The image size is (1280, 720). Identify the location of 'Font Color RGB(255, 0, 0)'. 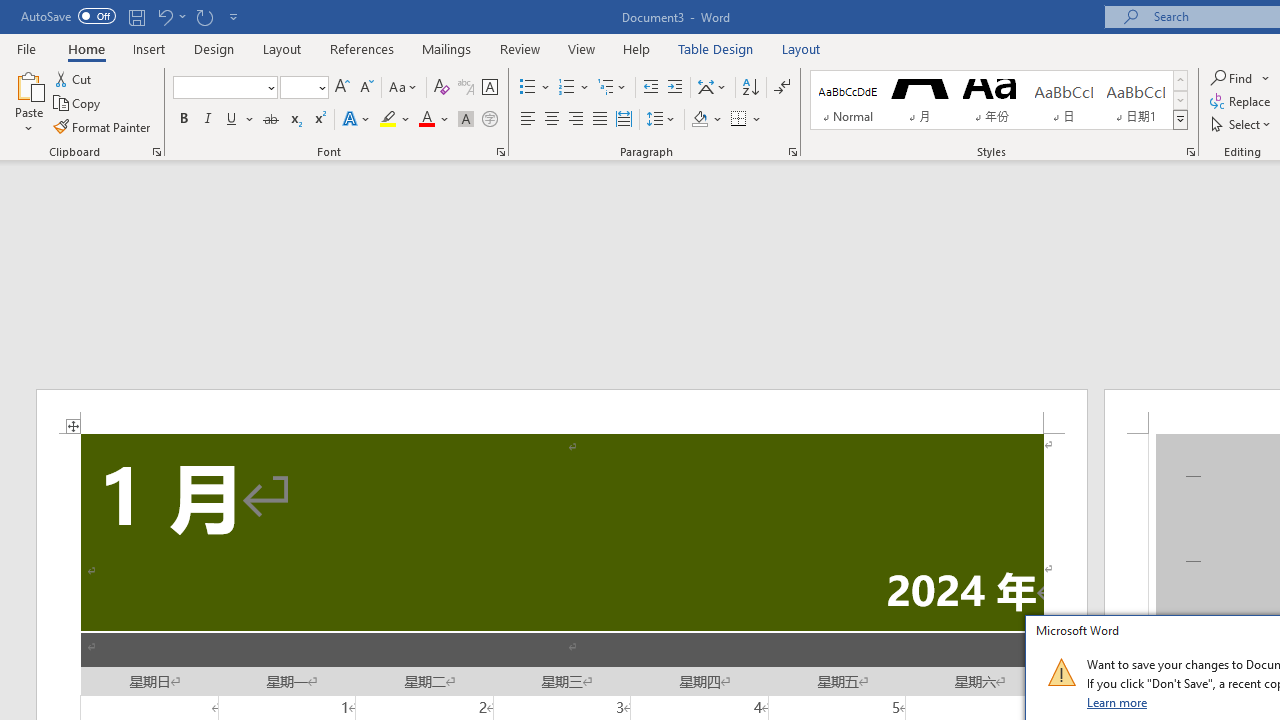
(425, 119).